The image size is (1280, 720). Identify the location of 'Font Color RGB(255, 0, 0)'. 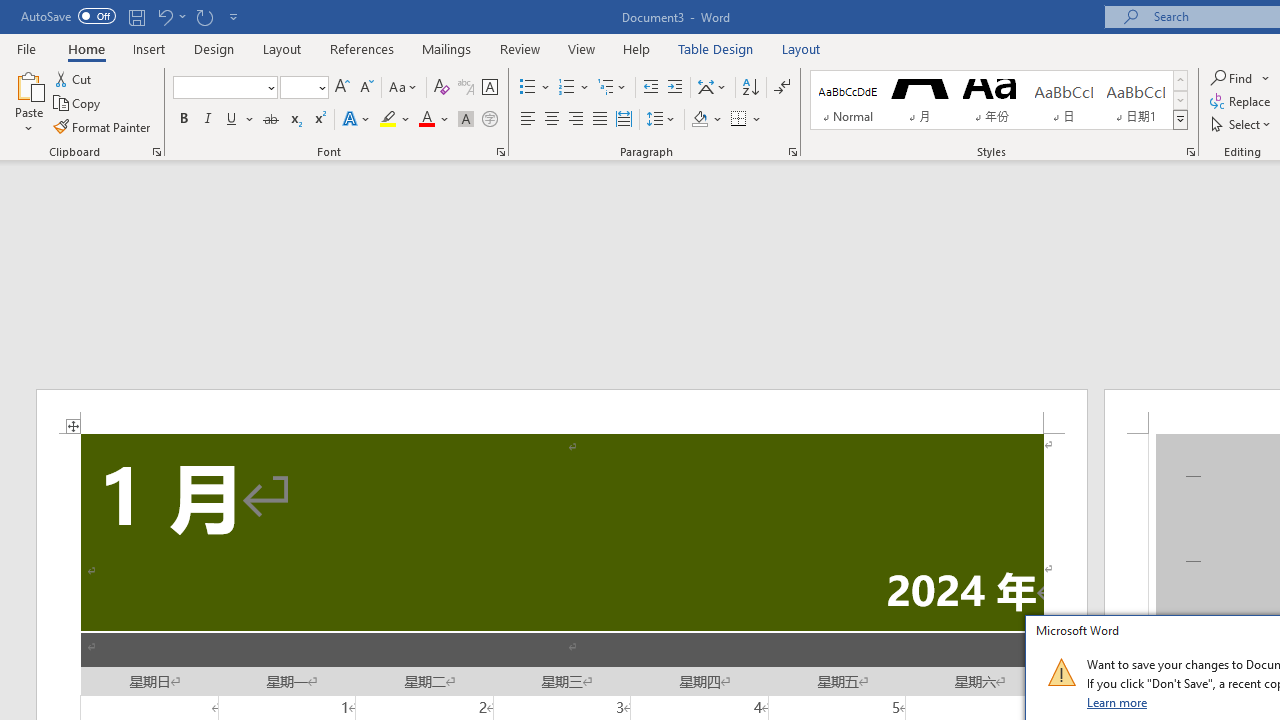
(425, 119).